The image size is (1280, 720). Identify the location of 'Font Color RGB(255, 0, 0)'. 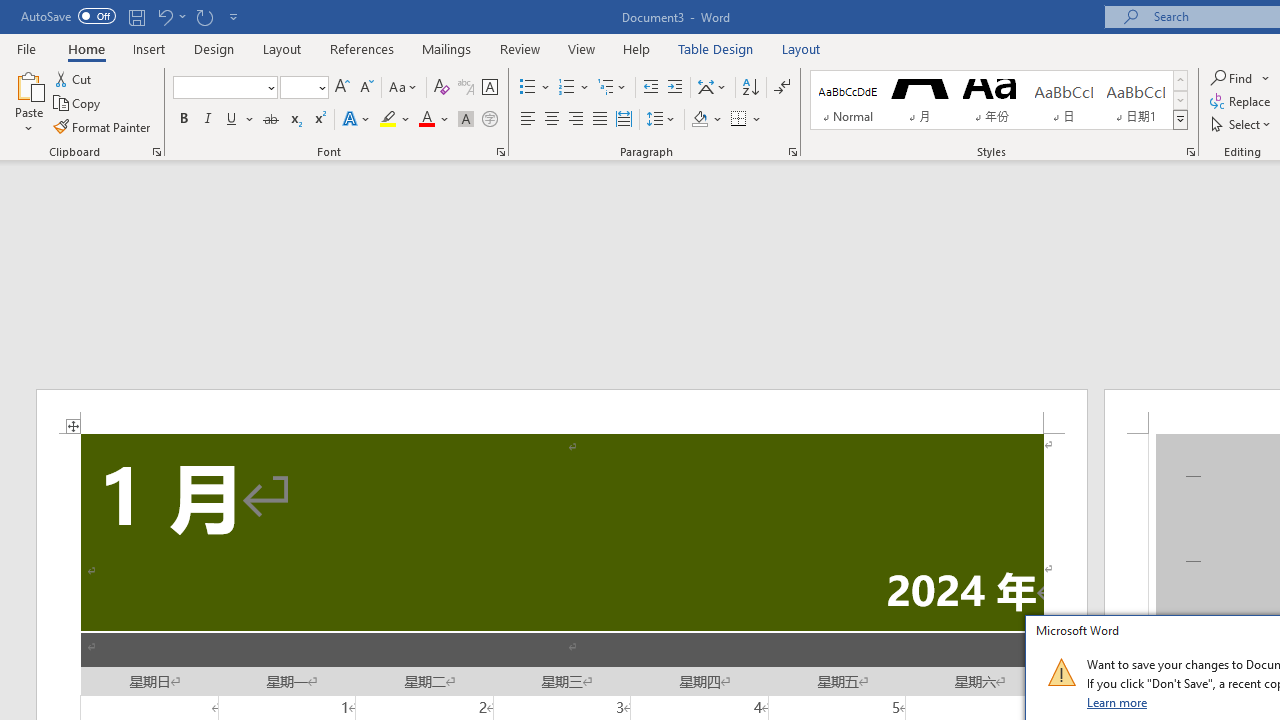
(425, 119).